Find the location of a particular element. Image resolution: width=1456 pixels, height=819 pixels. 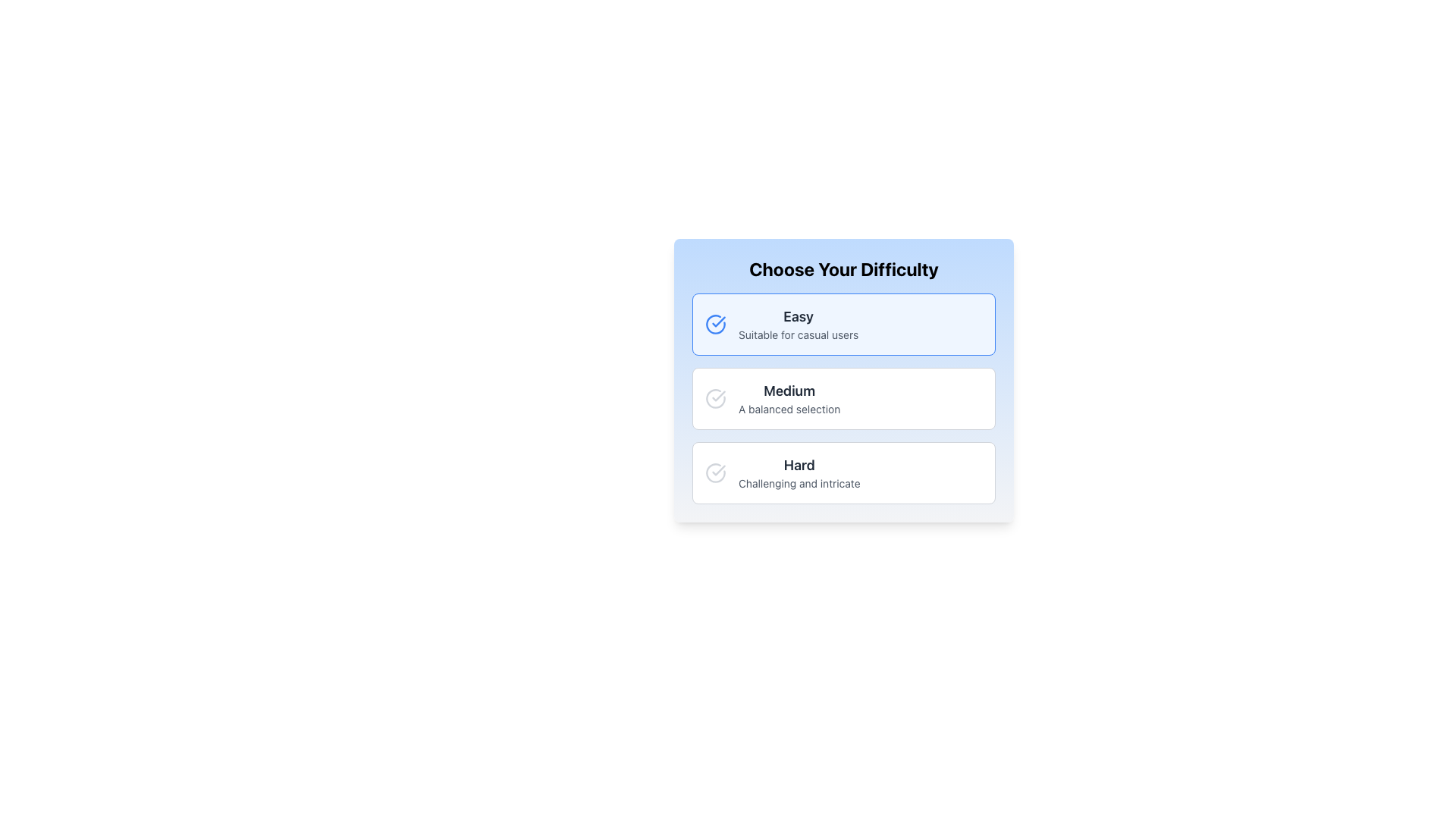

the selectable item labeled 'Medium' which has a gray background, rounded corners, and is located between the 'Easy' and 'Hard' options is located at coordinates (843, 379).